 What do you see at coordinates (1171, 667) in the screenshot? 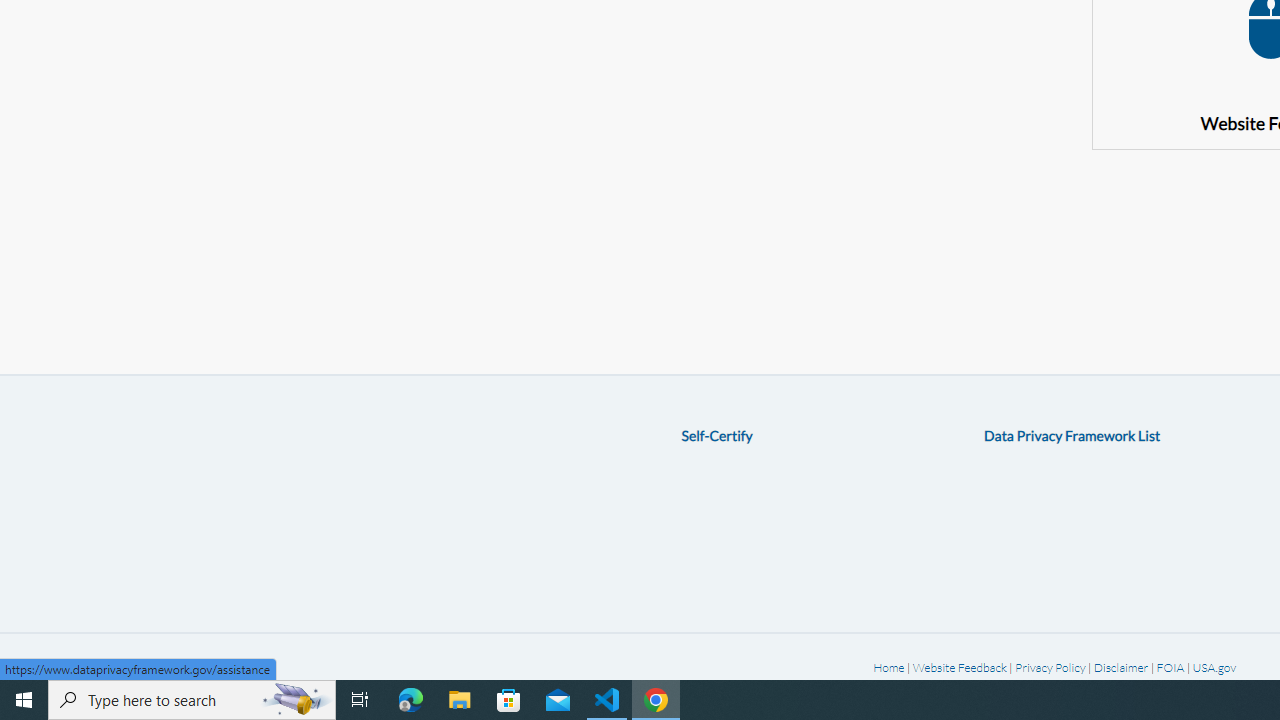
I see `'FOIA '` at bounding box center [1171, 667].